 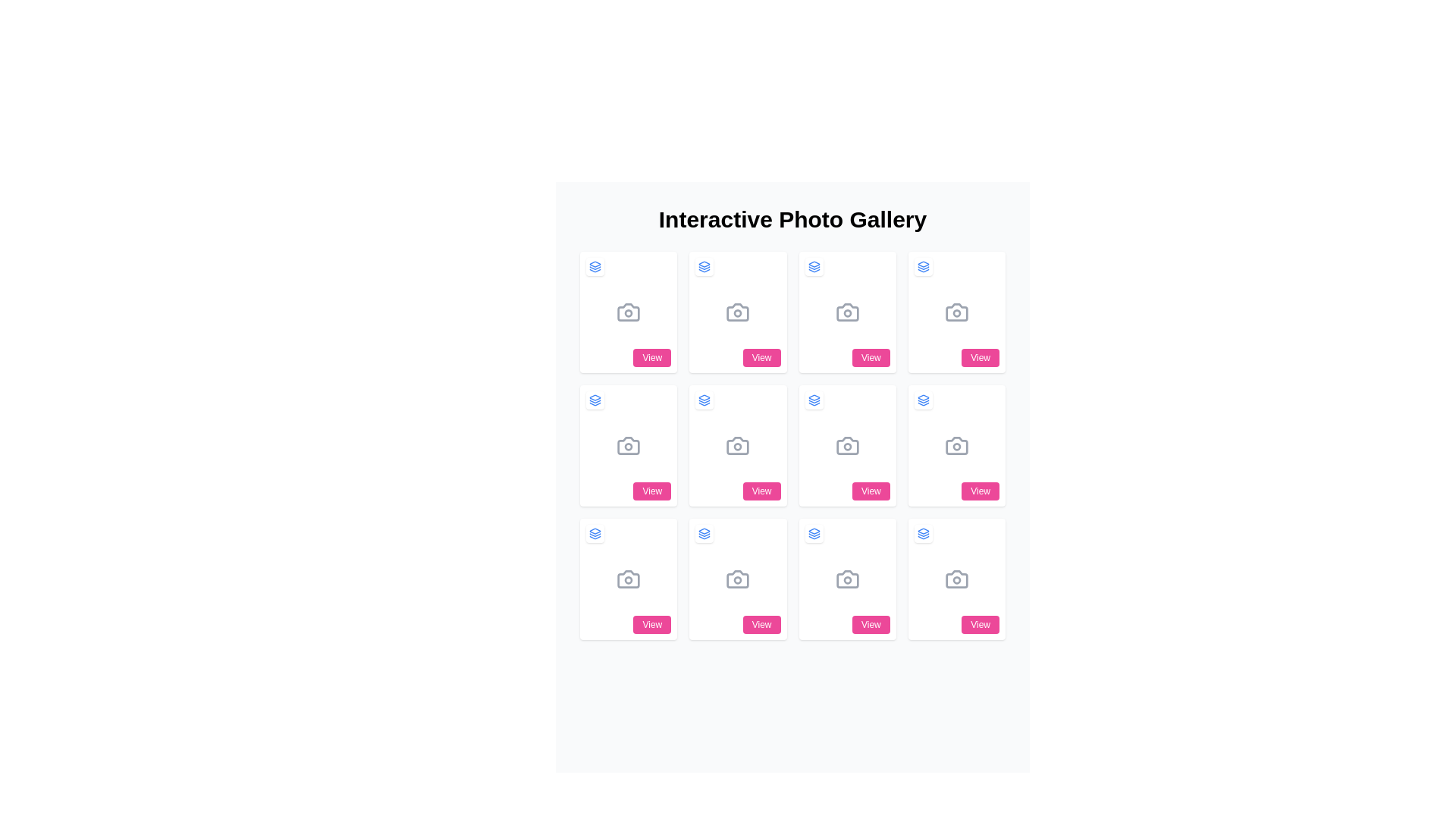 I want to click on the camera icon, which is located in the last card of the fourth row in a photo gallery interface, characterized by its simple outline and circular lens, so click(x=955, y=579).